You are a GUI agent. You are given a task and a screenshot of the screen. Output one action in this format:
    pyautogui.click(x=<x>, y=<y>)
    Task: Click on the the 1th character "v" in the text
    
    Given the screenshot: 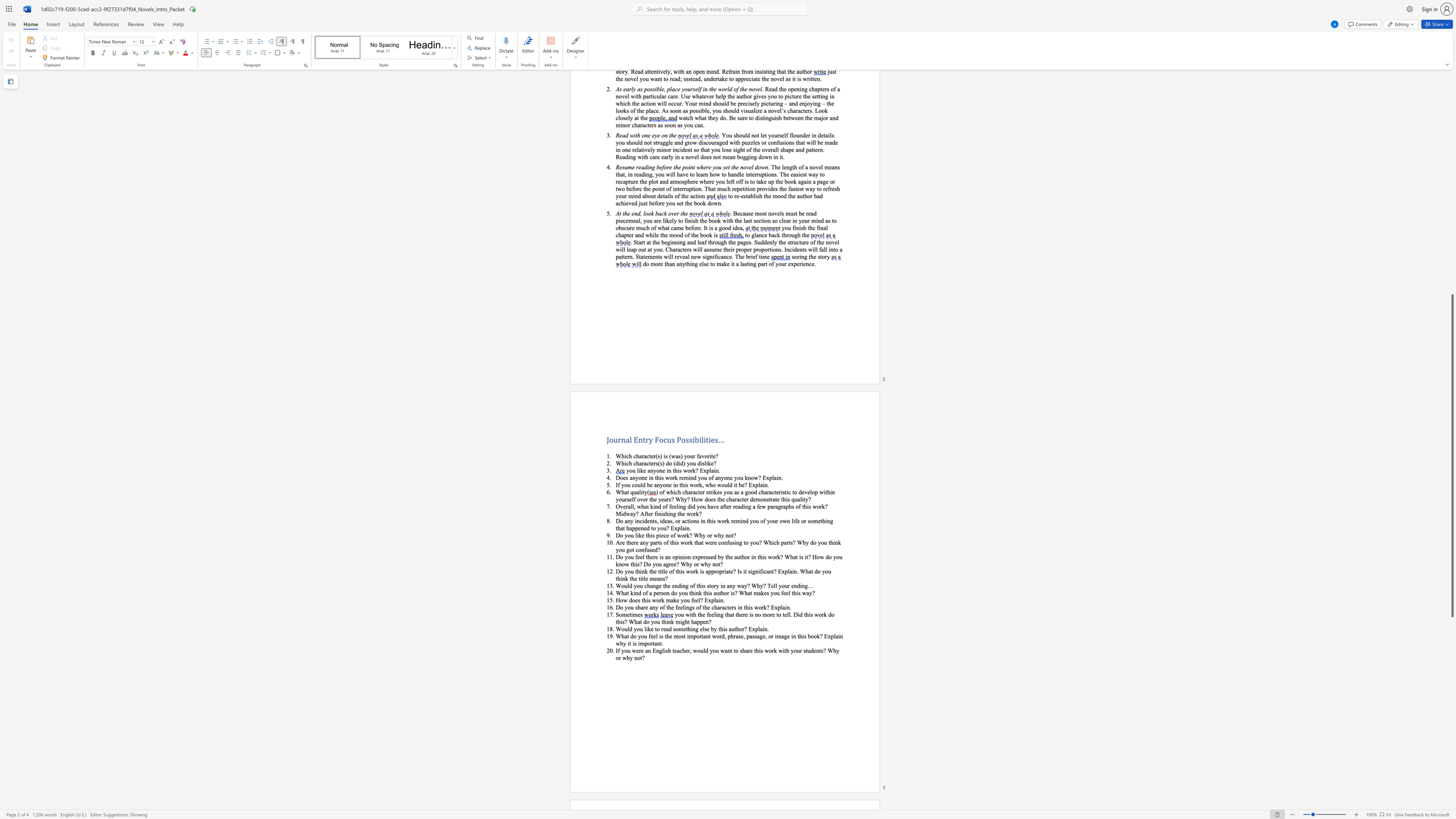 What is the action you would take?
    pyautogui.click(x=702, y=456)
    